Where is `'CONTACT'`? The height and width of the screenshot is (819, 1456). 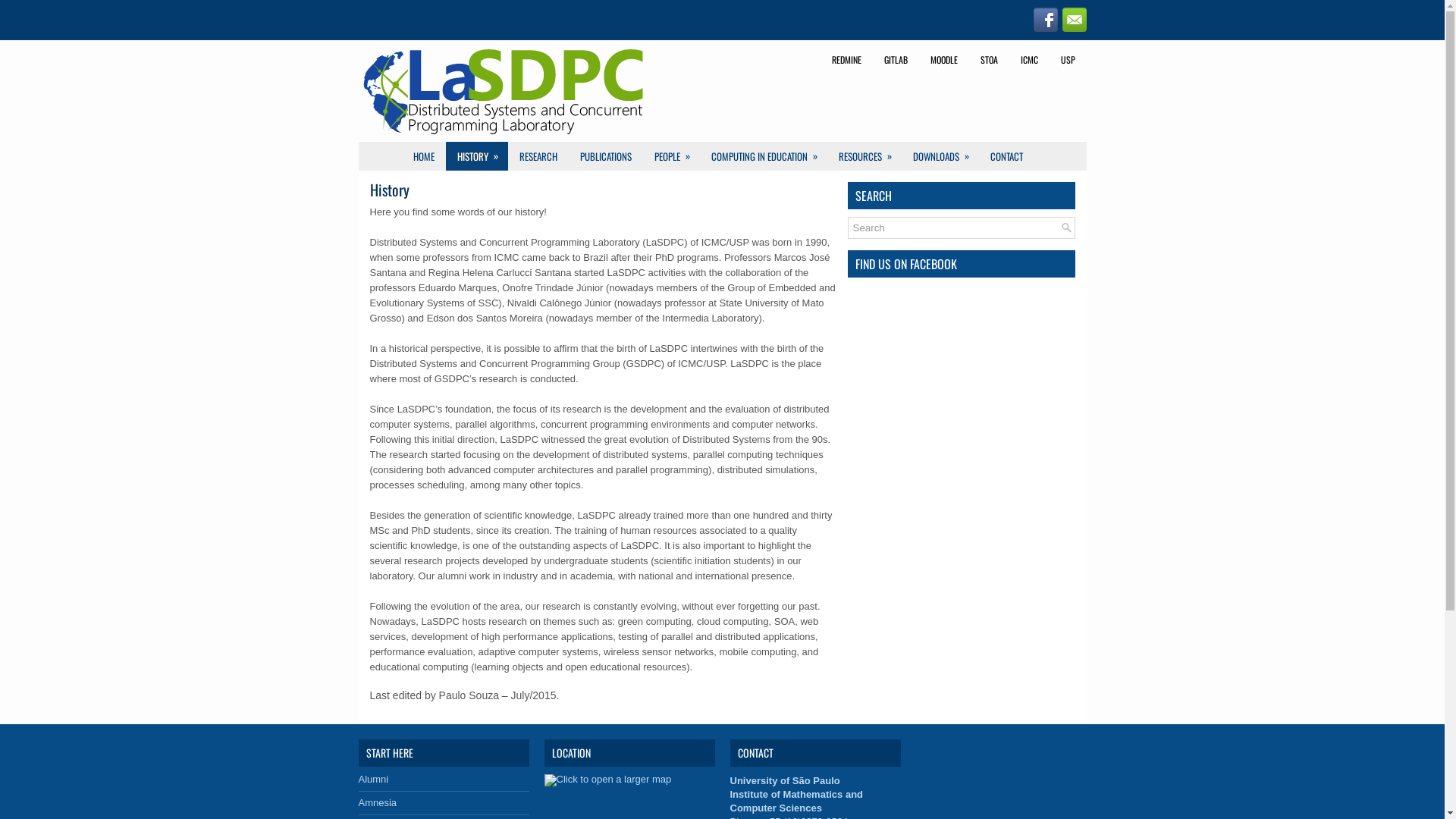
'CONTACT' is located at coordinates (1006, 155).